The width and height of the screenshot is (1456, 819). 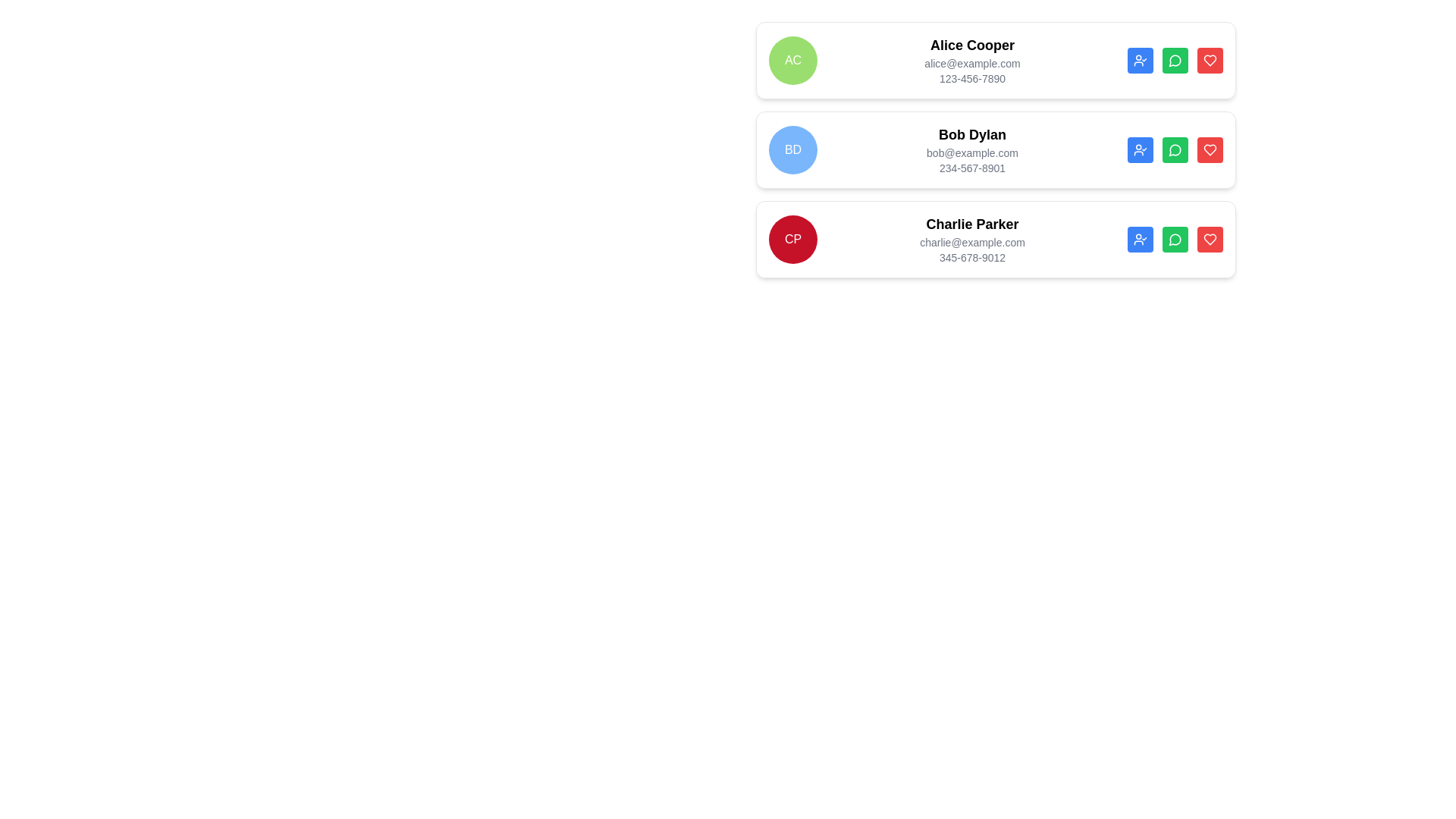 I want to click on the red heart-shaped icon button located at the far right of the contact card for 'Bob Dylan', so click(x=1210, y=60).